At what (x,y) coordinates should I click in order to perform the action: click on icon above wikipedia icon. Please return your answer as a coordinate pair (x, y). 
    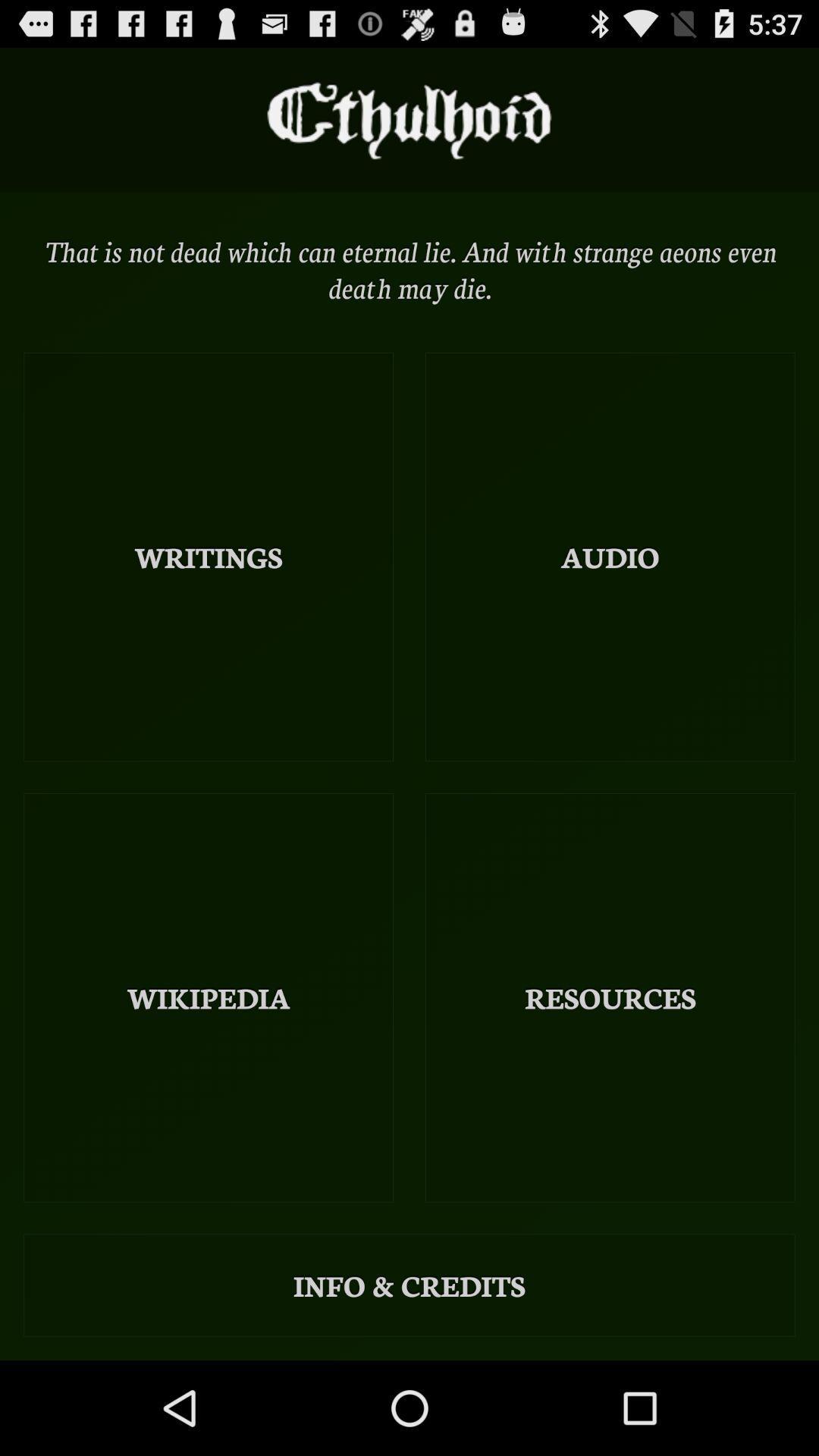
    Looking at the image, I should click on (209, 556).